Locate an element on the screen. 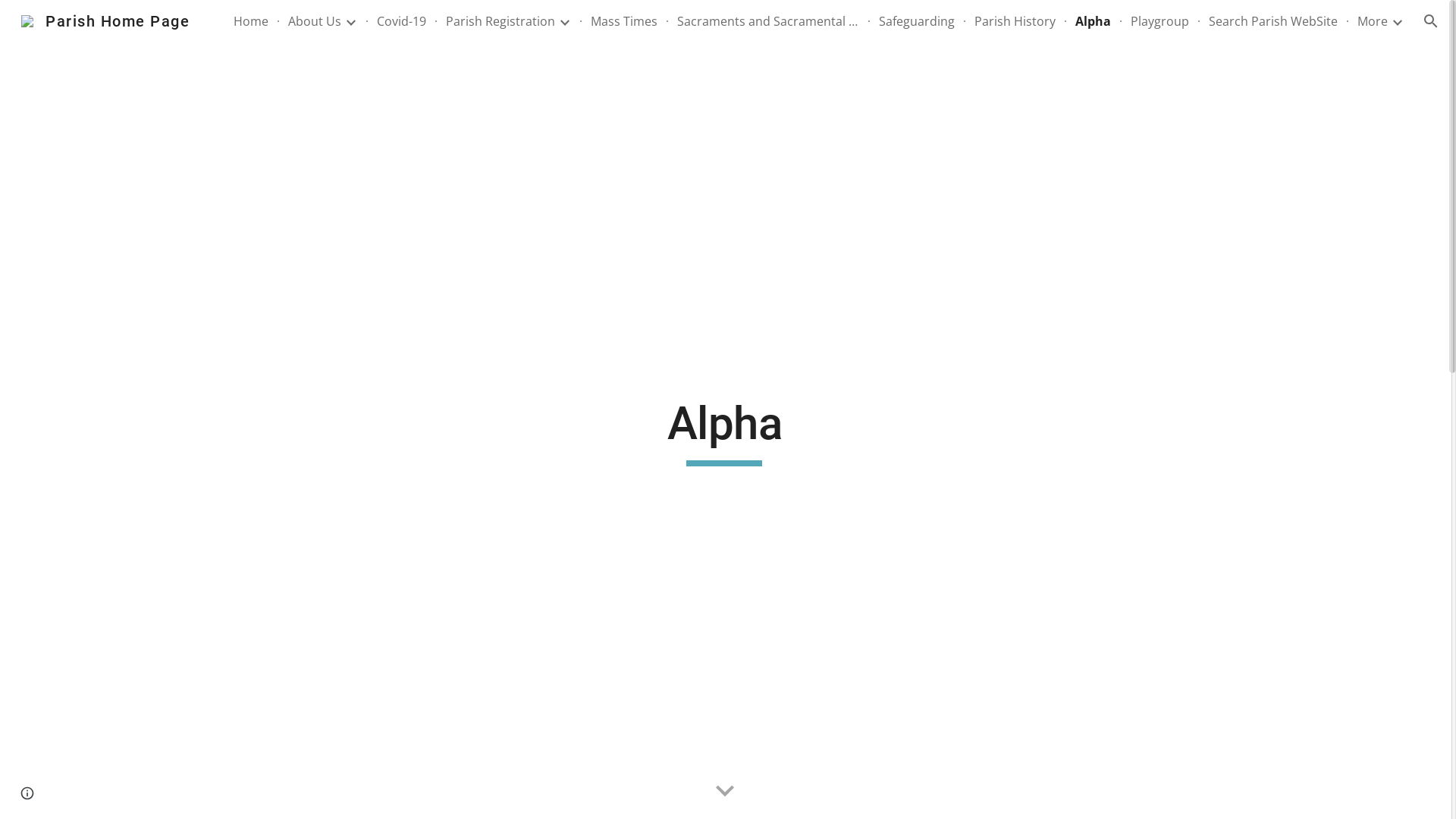 The width and height of the screenshot is (1456, 819). 'Alpha' is located at coordinates (1093, 20).